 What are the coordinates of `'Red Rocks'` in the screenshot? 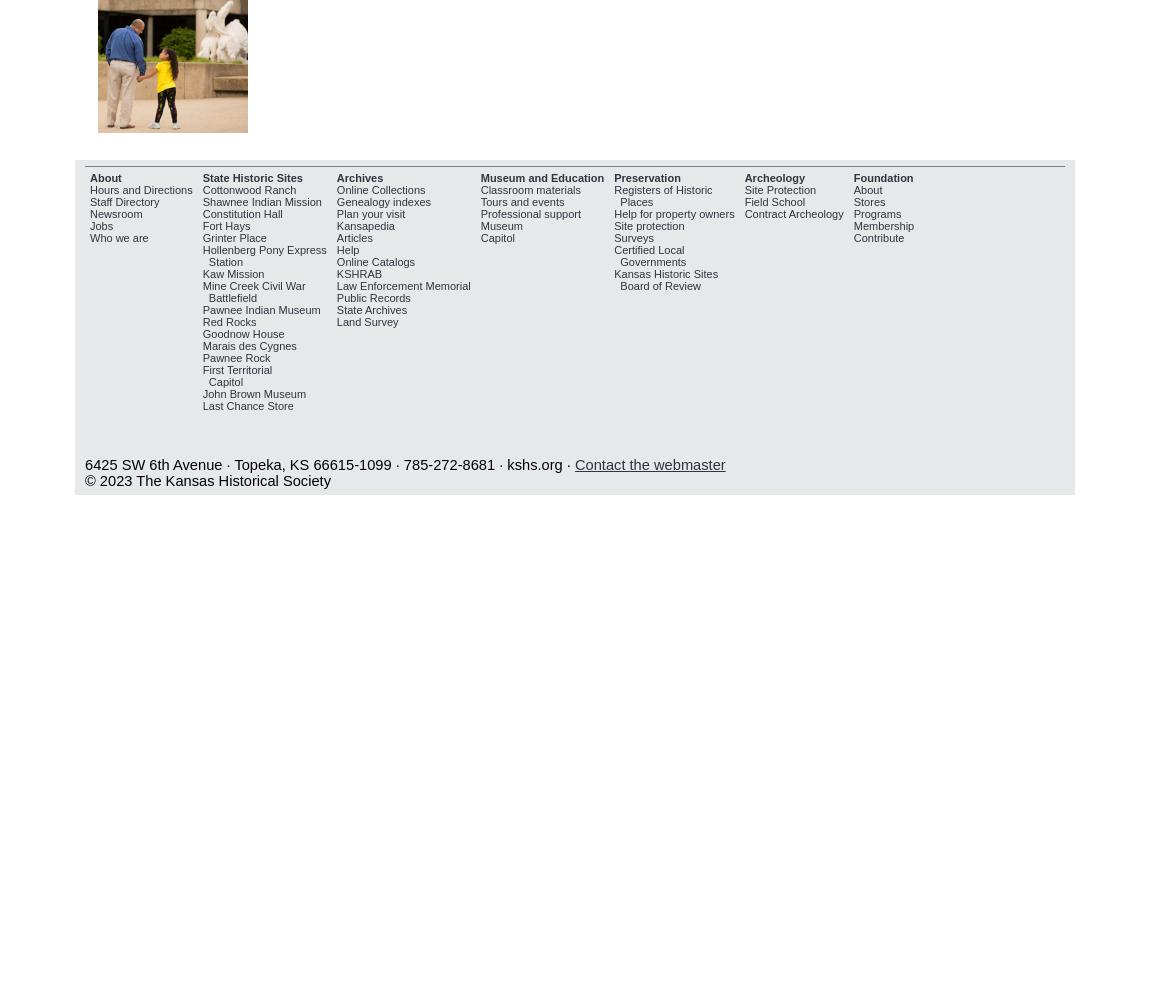 It's located at (227, 320).